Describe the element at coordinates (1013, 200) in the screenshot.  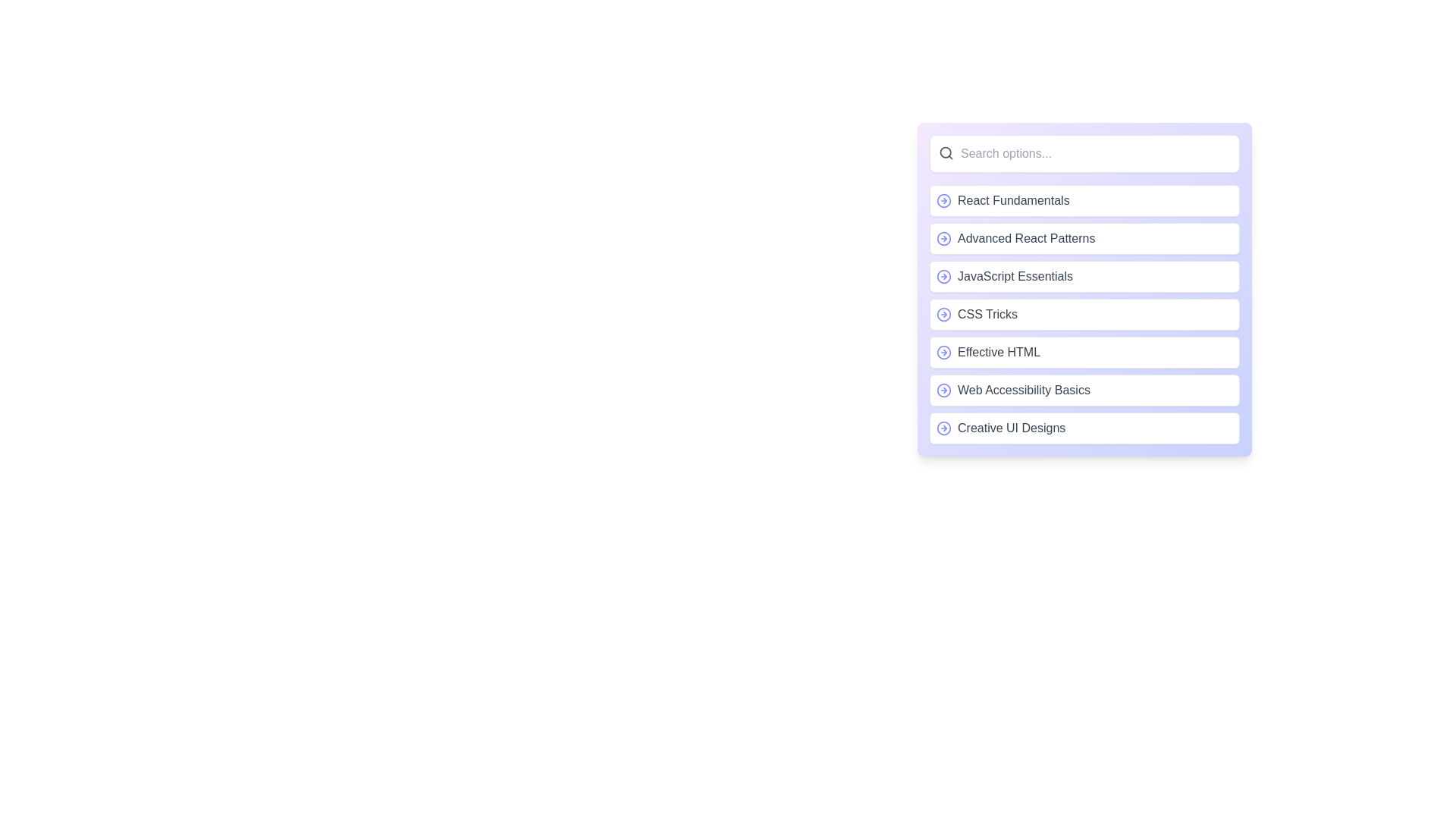
I see `the 'React Fundamentals' text label, which is part of a selectable list item in a dropdown or menu component` at that location.